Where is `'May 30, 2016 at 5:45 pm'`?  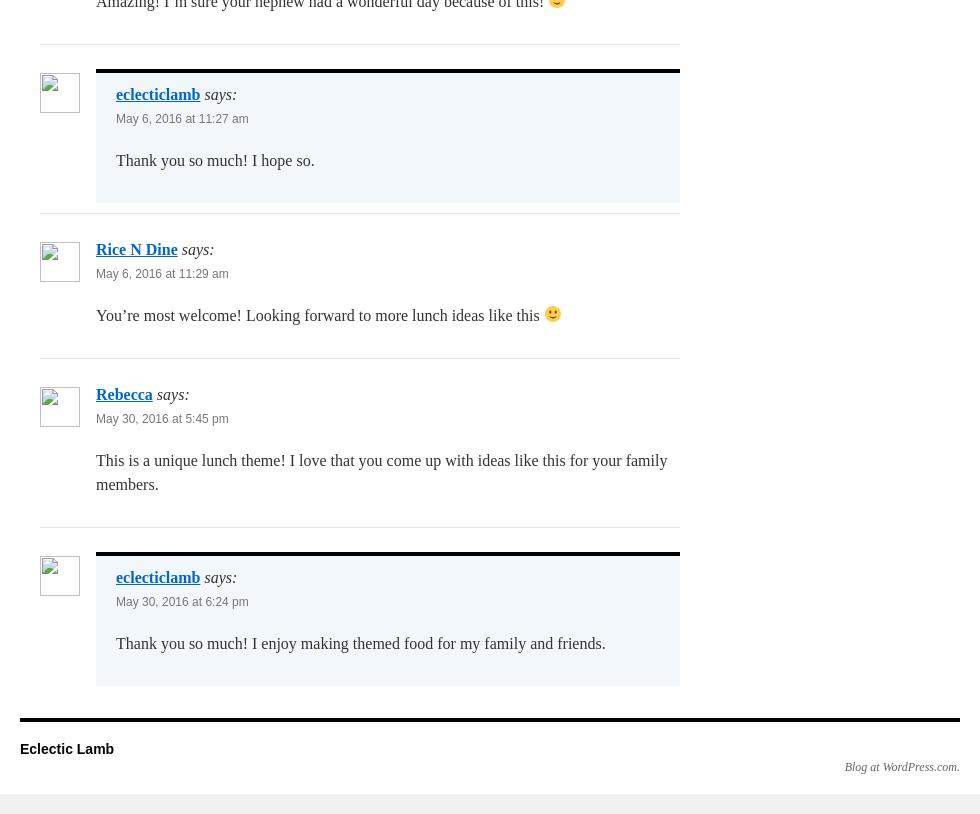
'May 30, 2016 at 5:45 pm' is located at coordinates (161, 416).